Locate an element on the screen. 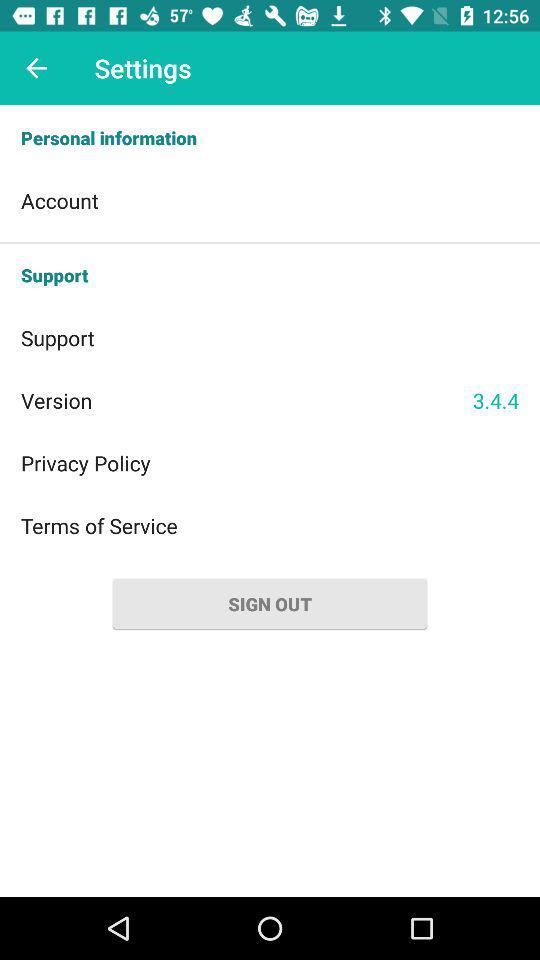 The height and width of the screenshot is (960, 540). the icon below terms of service icon is located at coordinates (270, 603).